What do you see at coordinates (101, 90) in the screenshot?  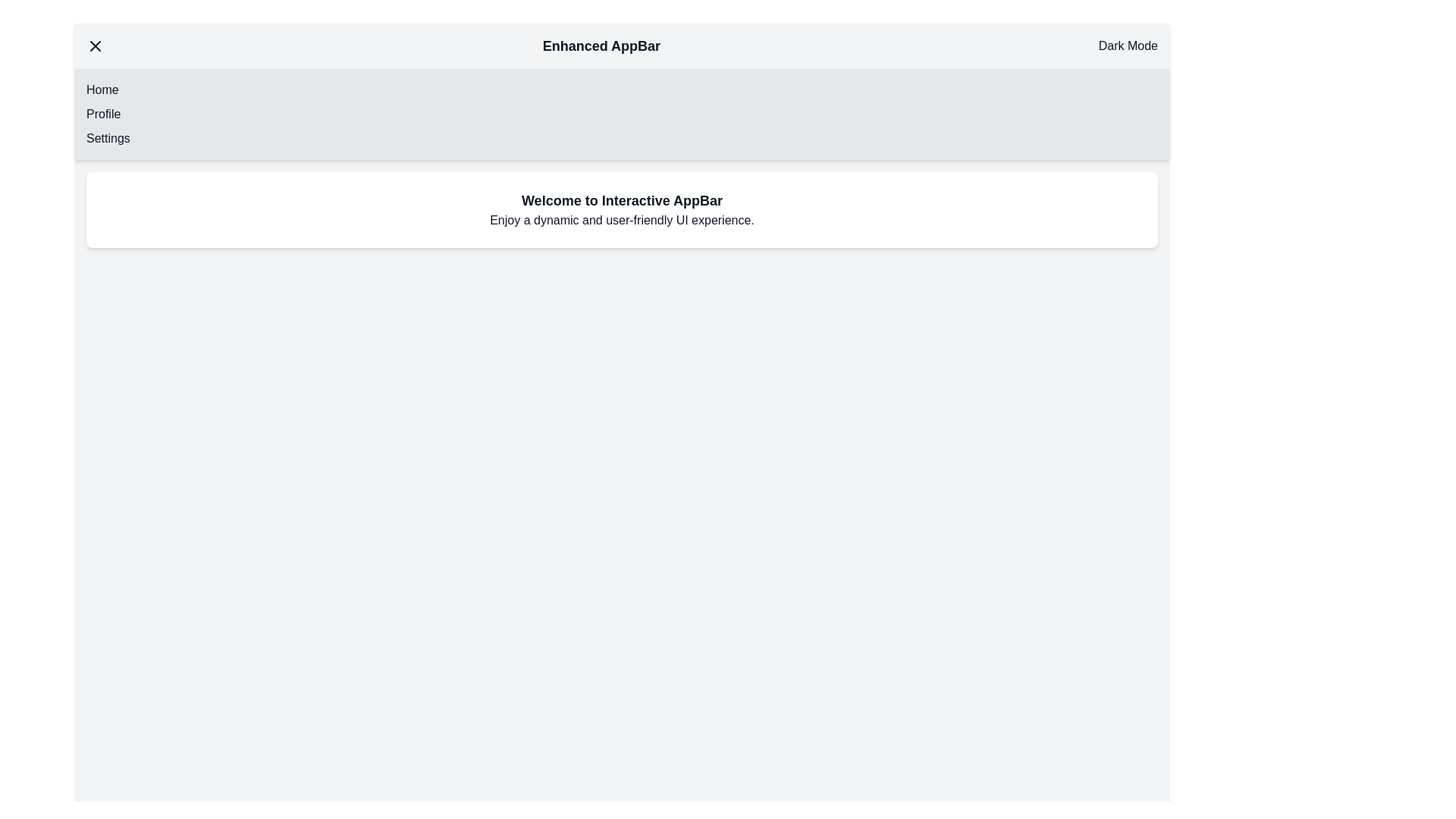 I see `the Home button to navigate to the respective section` at bounding box center [101, 90].